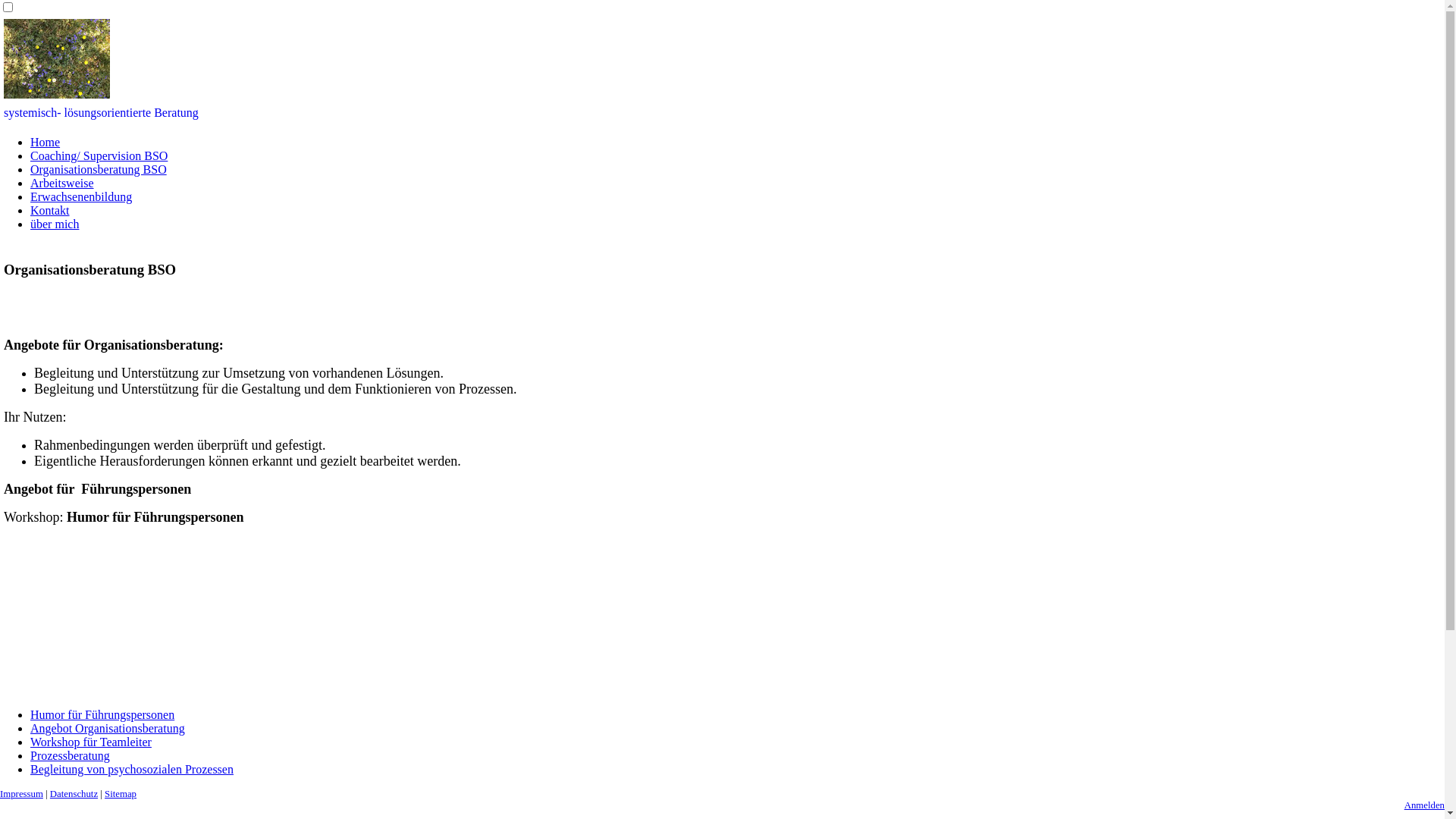  Describe the element at coordinates (50, 210) in the screenshot. I see `'Kontakt'` at that location.